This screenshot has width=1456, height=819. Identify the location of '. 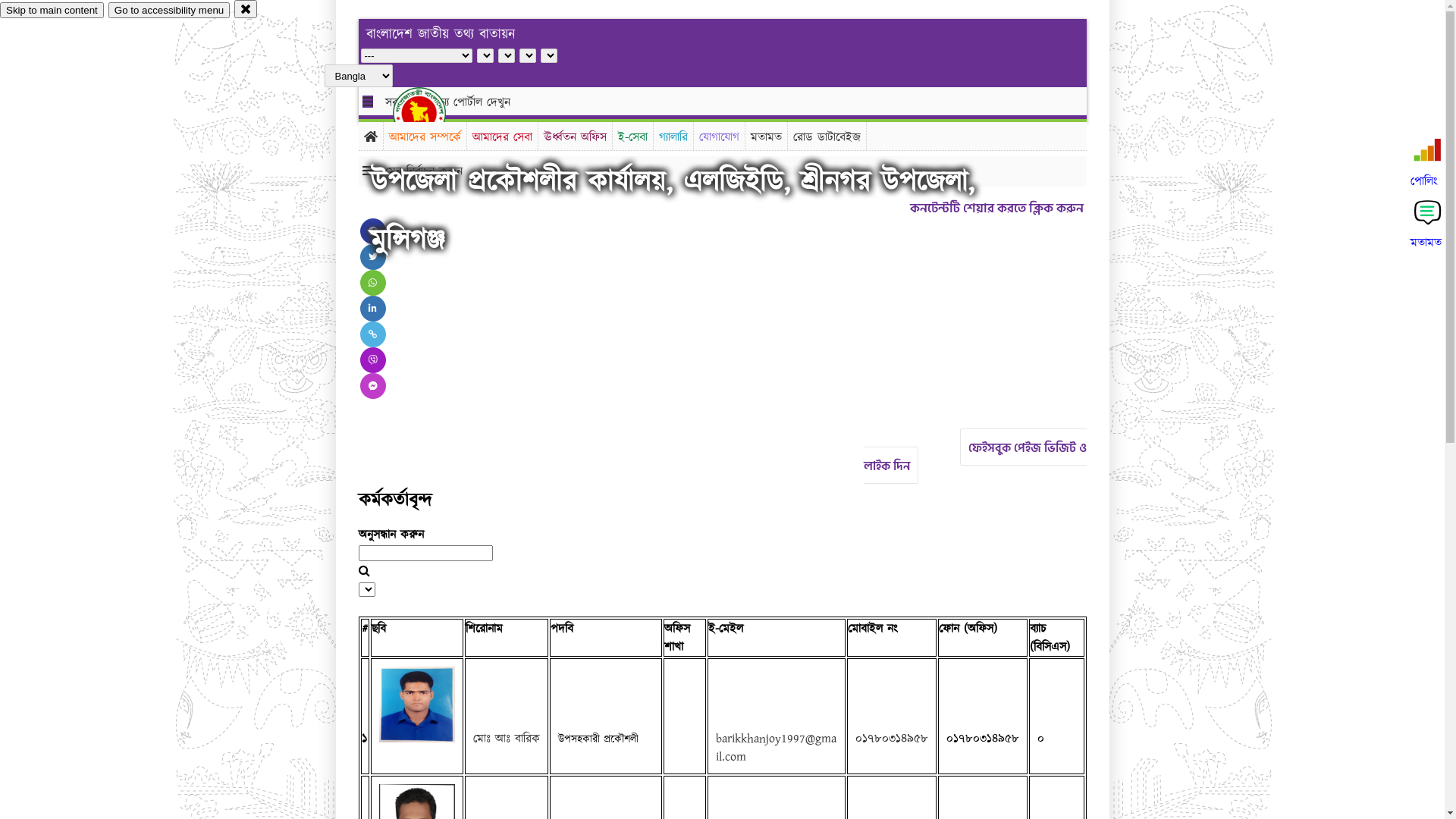
(431, 112).